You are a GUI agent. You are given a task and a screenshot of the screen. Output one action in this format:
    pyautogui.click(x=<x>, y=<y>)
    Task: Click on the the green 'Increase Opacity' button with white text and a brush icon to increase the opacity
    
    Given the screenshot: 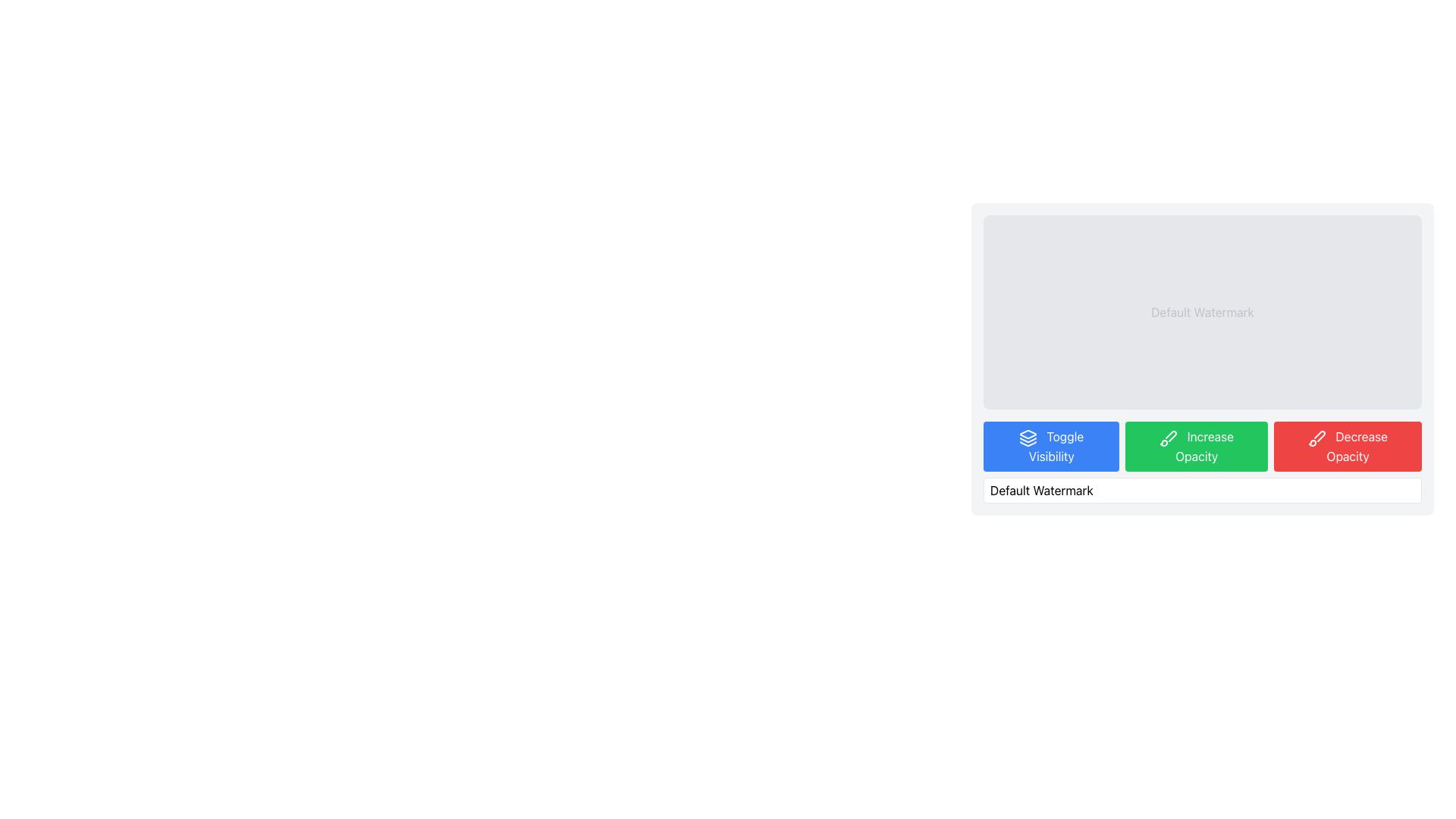 What is the action you would take?
    pyautogui.click(x=1201, y=444)
    